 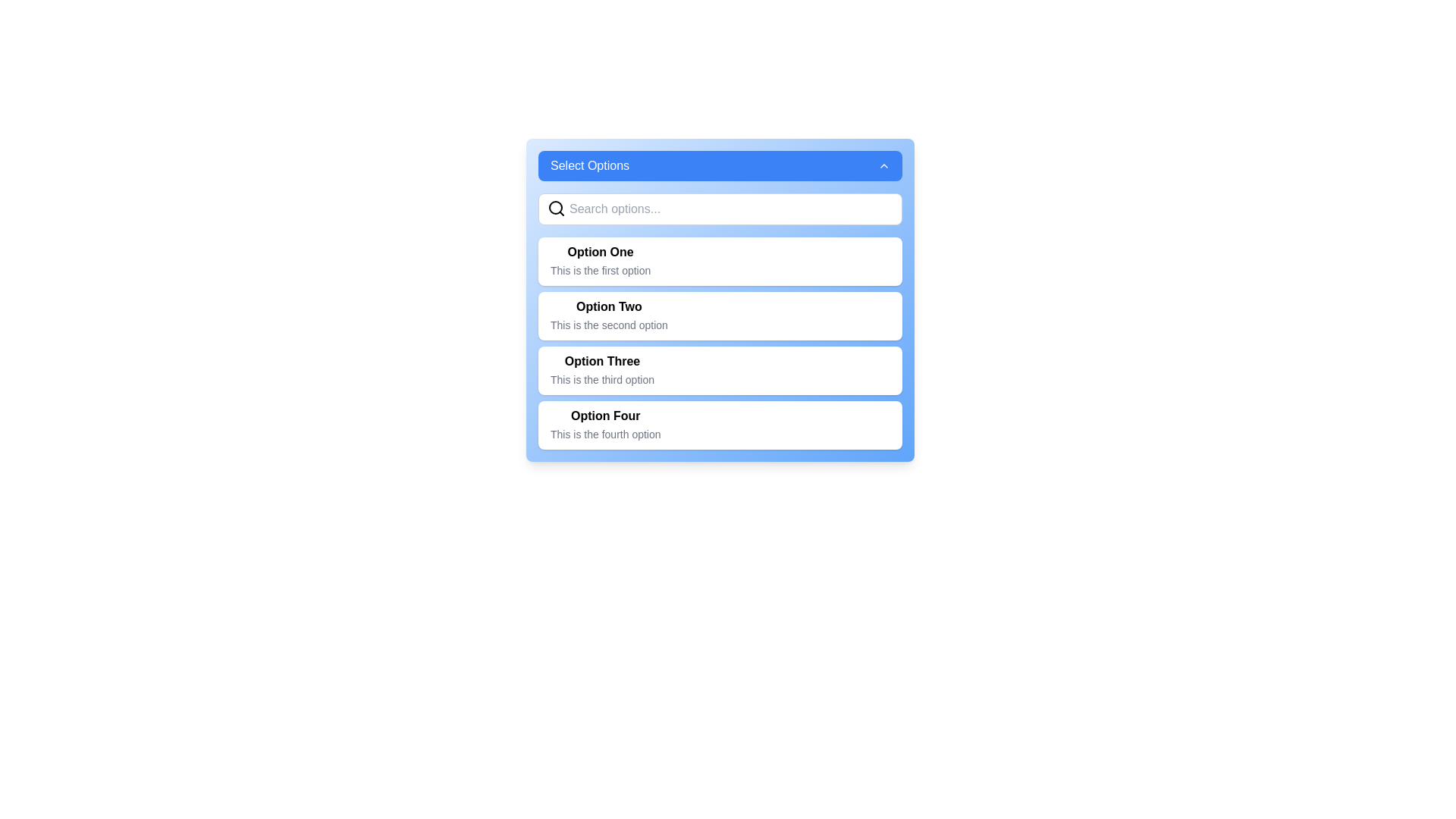 What do you see at coordinates (604, 425) in the screenshot?
I see `the text block containing the bold title 'Option Four' and the descriptive text 'This is the fourth option'` at bounding box center [604, 425].